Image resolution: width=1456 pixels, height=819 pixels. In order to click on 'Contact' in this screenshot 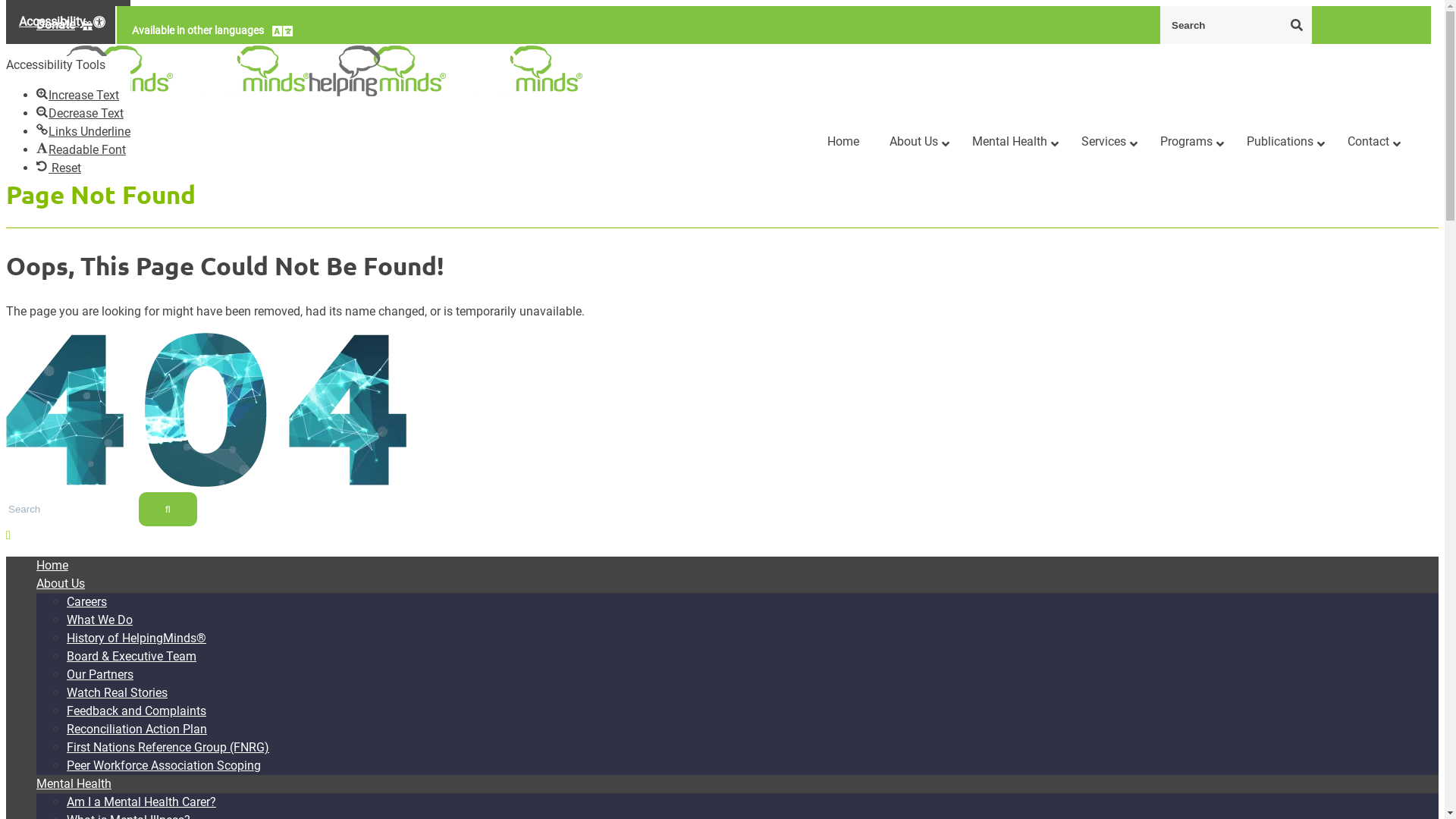, I will do `click(1331, 142)`.